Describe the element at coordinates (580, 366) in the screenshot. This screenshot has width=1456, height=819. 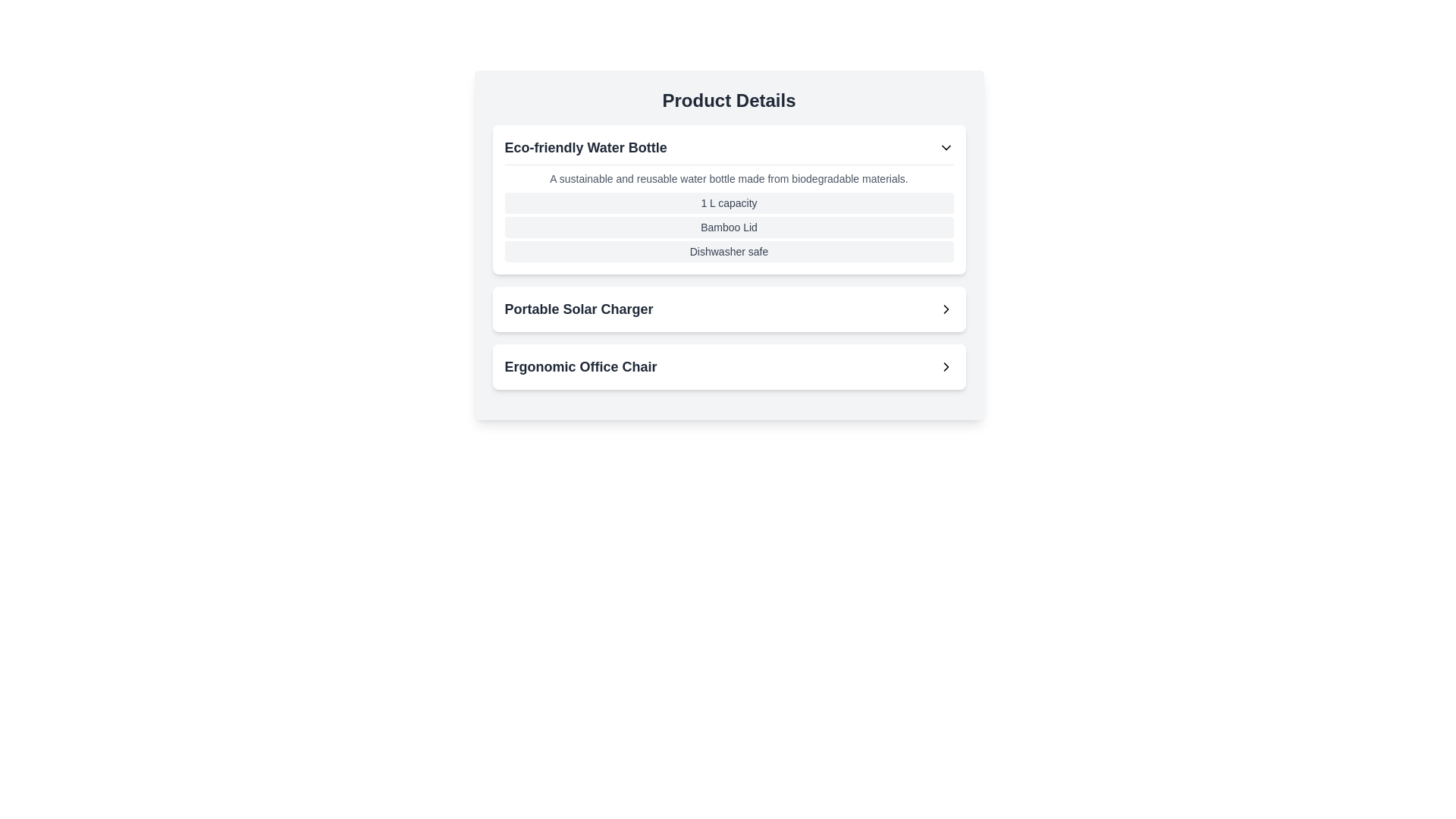
I see `the Text Label in the third row of the 'Product Details' section, which indicates the content of the corresponding list item` at that location.